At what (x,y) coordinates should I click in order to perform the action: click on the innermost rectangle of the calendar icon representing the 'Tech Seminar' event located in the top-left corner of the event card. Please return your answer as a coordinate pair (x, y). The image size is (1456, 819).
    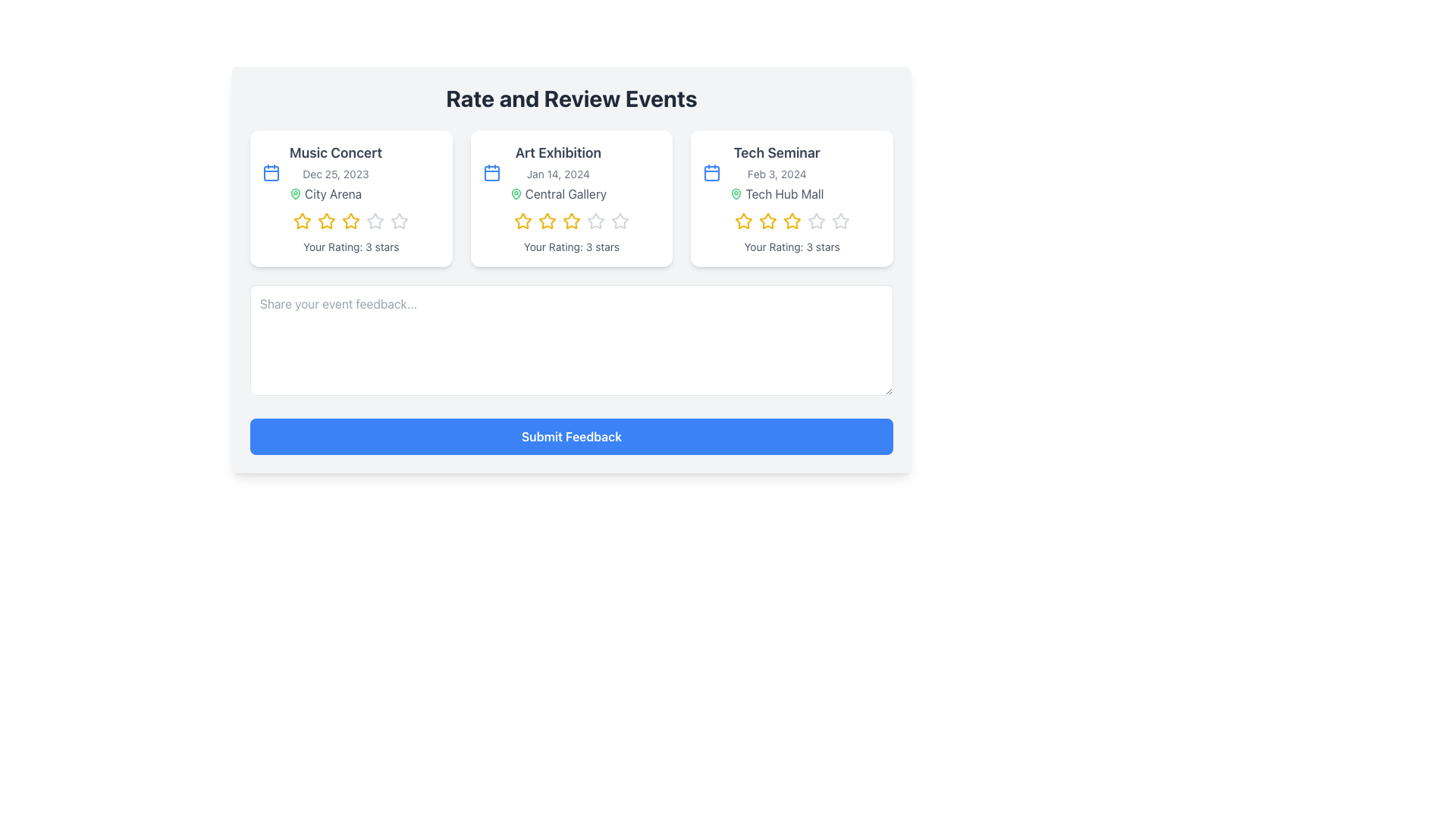
    Looking at the image, I should click on (711, 172).